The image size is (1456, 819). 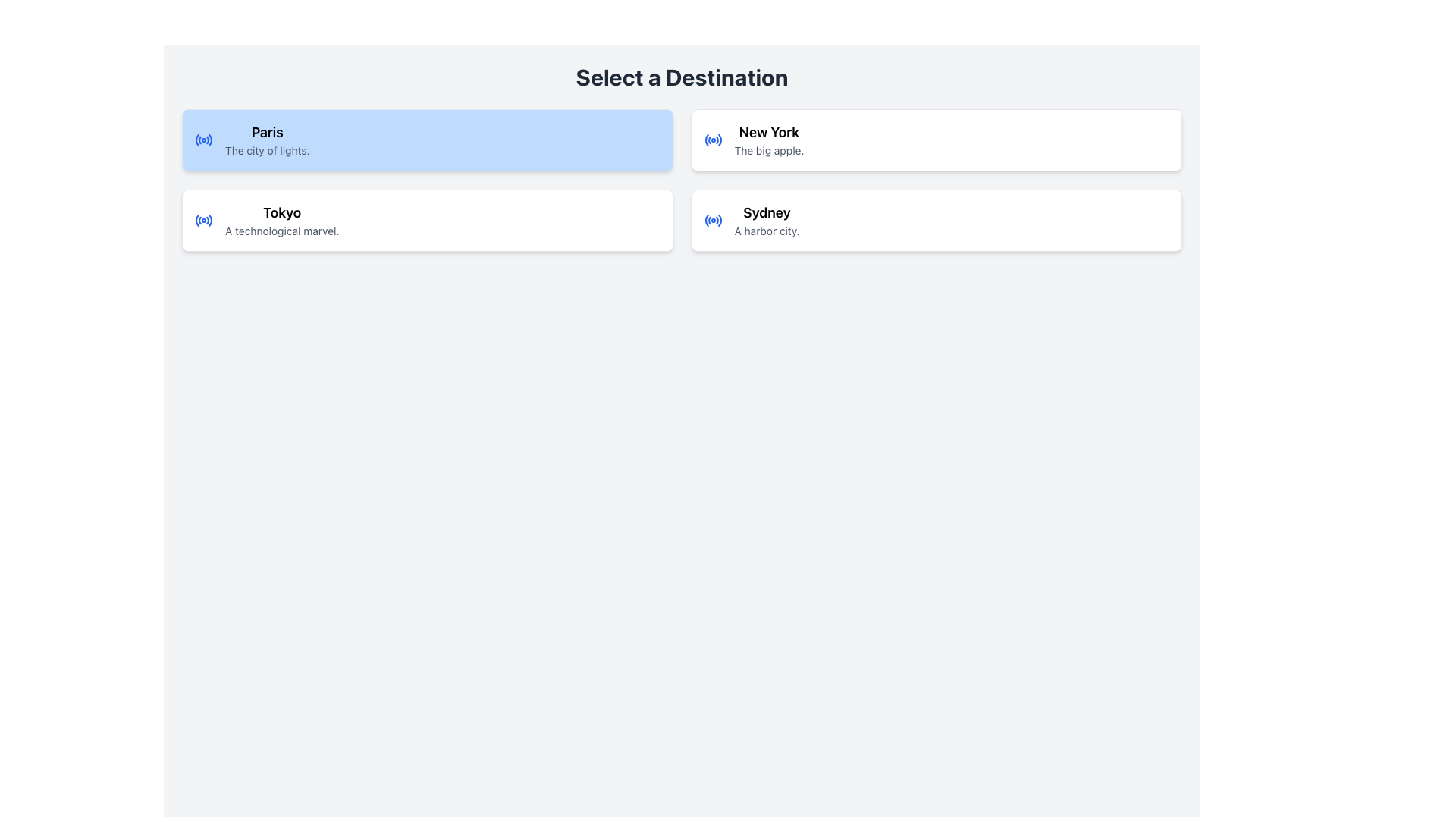 What do you see at coordinates (209, 220) in the screenshot?
I see `the rightward-curving arc icon, styled with a blue hue, located to the left of the text 'Tokyo' in the second selectable card` at bounding box center [209, 220].